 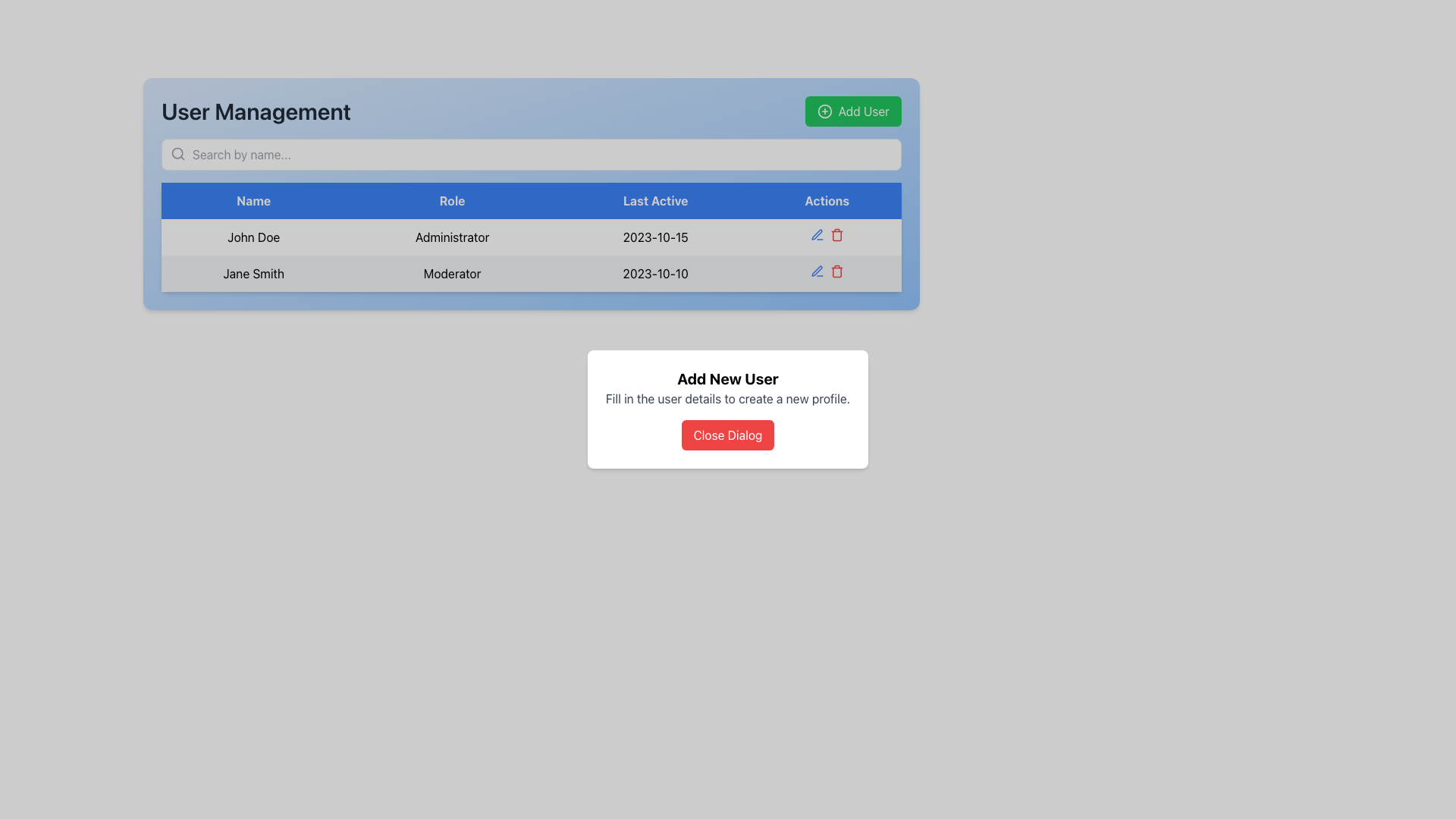 What do you see at coordinates (816, 234) in the screenshot?
I see `the SVG pencil icon` at bounding box center [816, 234].